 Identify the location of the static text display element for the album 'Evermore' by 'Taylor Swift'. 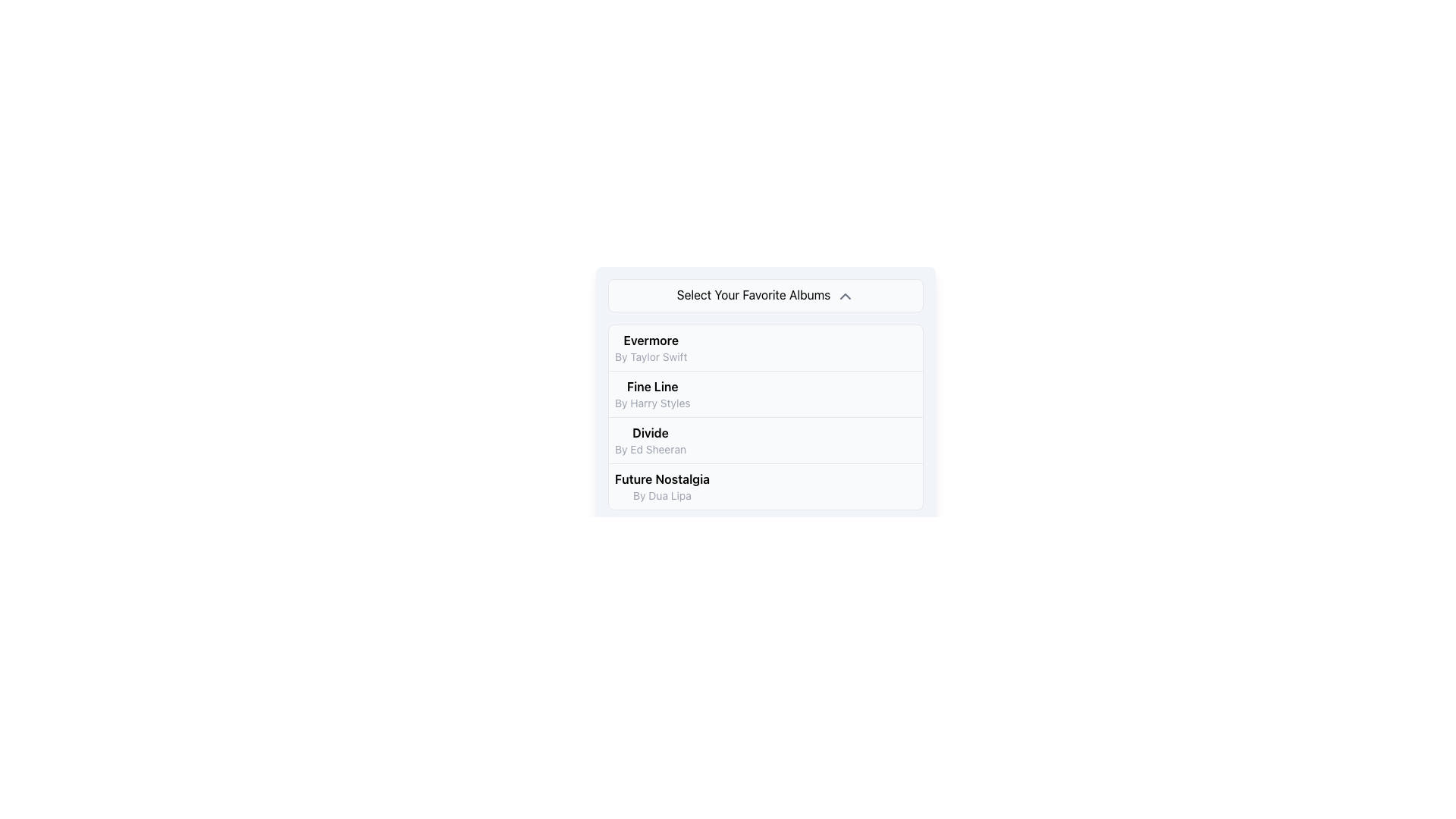
(651, 347).